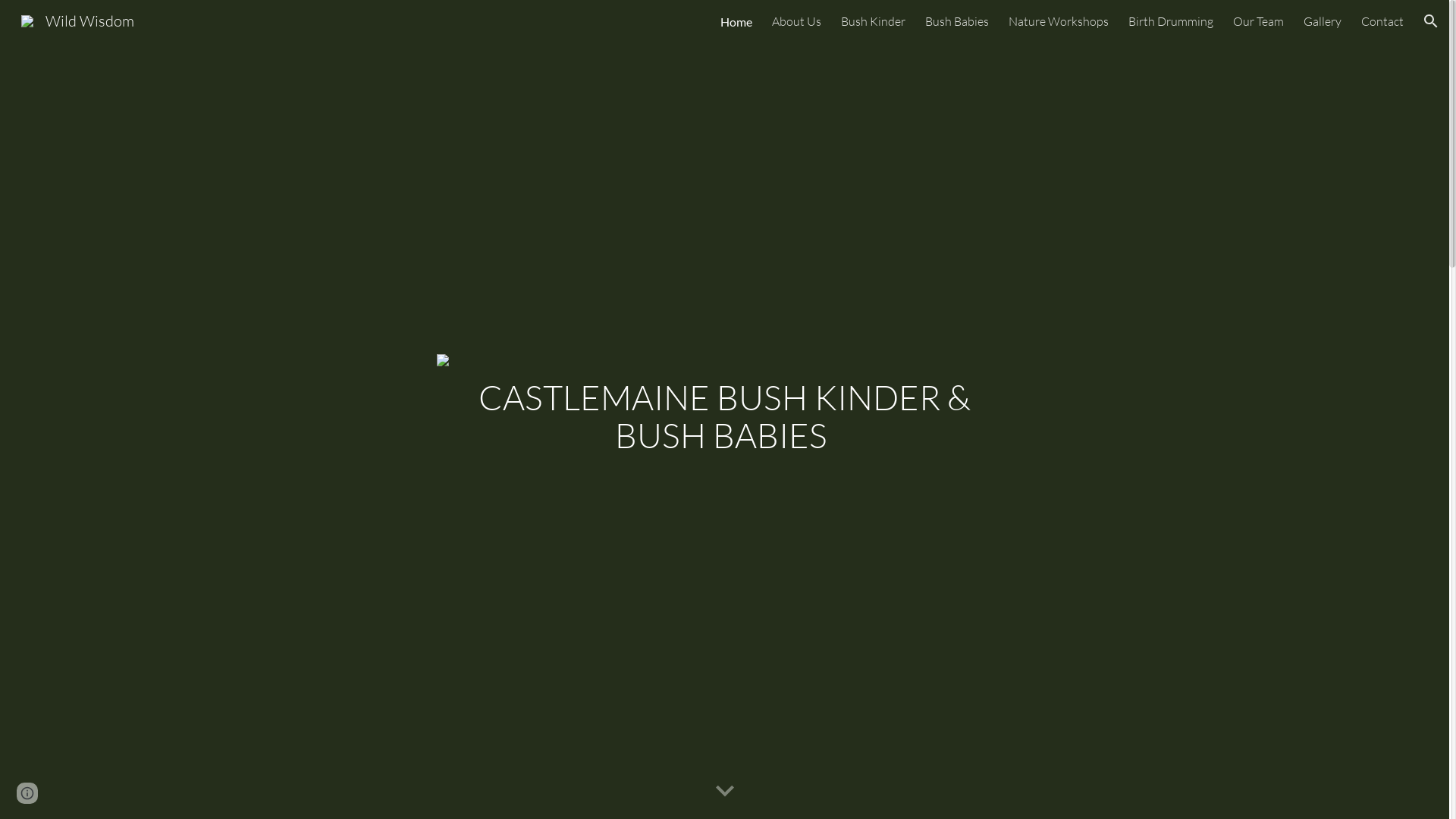 This screenshot has width=1456, height=819. What do you see at coordinates (795, 20) in the screenshot?
I see `'About Us'` at bounding box center [795, 20].